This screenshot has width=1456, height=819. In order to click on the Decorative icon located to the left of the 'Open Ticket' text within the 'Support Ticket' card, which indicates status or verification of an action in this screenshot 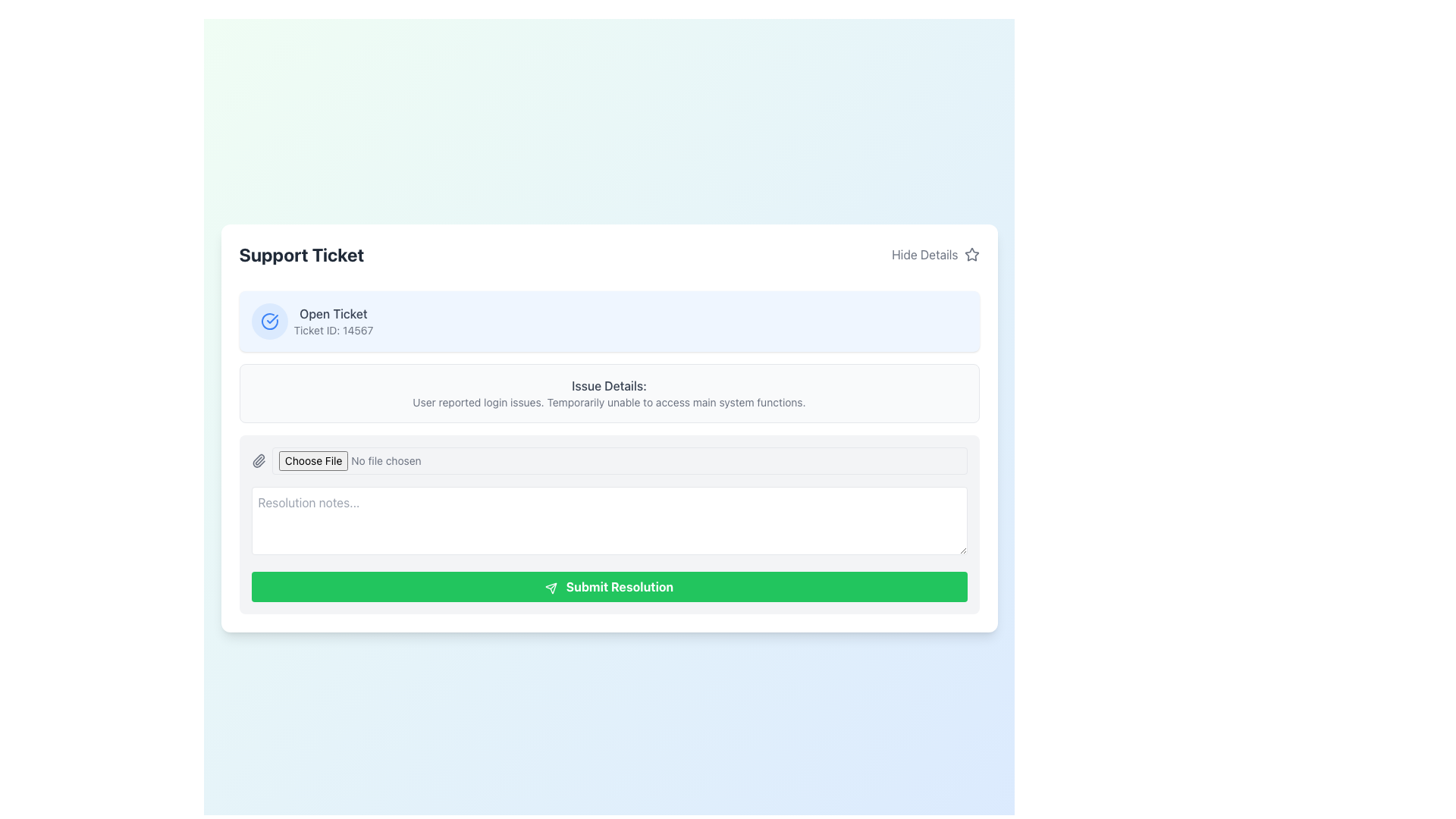, I will do `click(269, 321)`.